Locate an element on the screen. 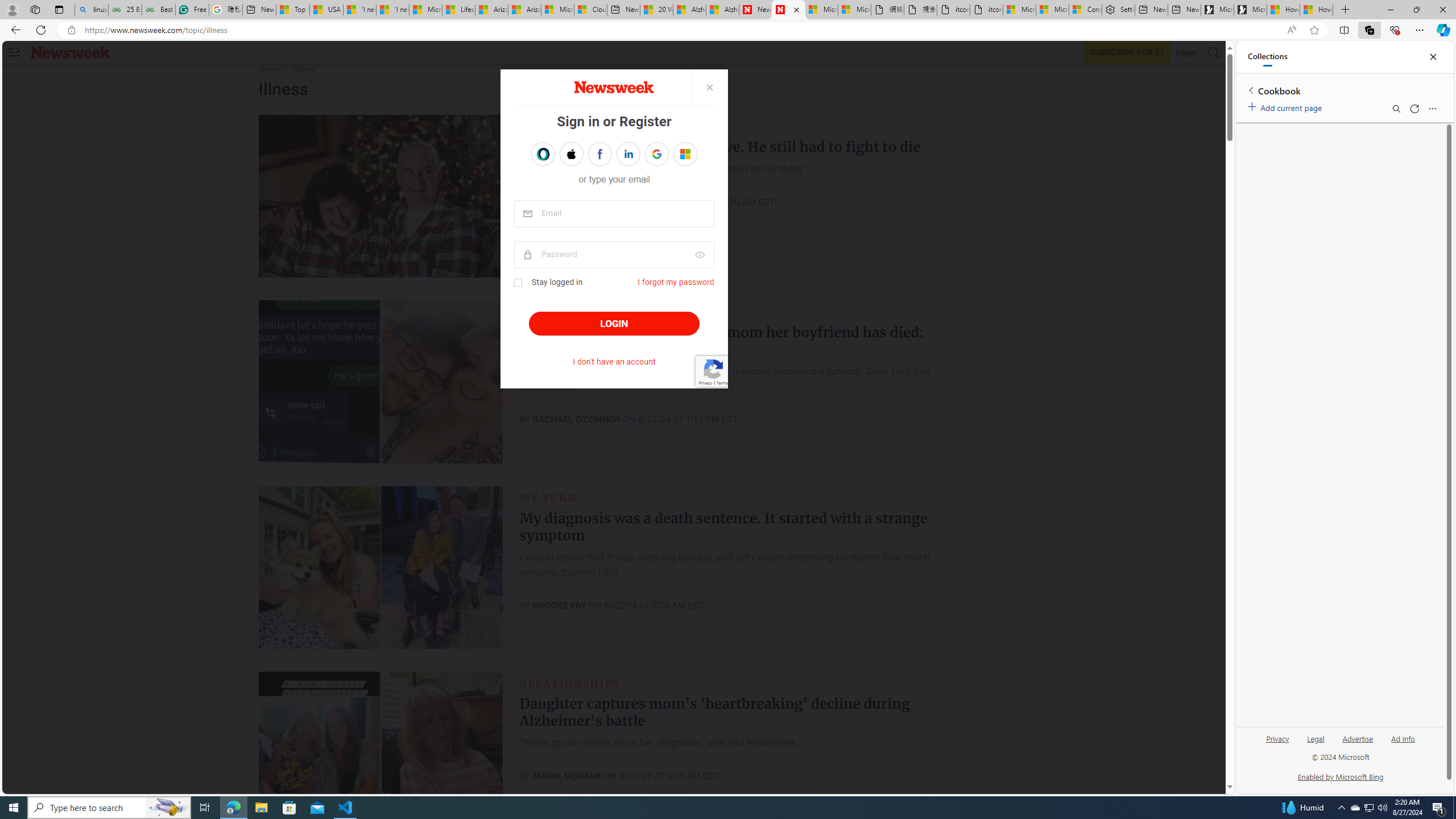 The width and height of the screenshot is (1456, 819). 'Subscribe to our service' is located at coordinates (1127, 52).